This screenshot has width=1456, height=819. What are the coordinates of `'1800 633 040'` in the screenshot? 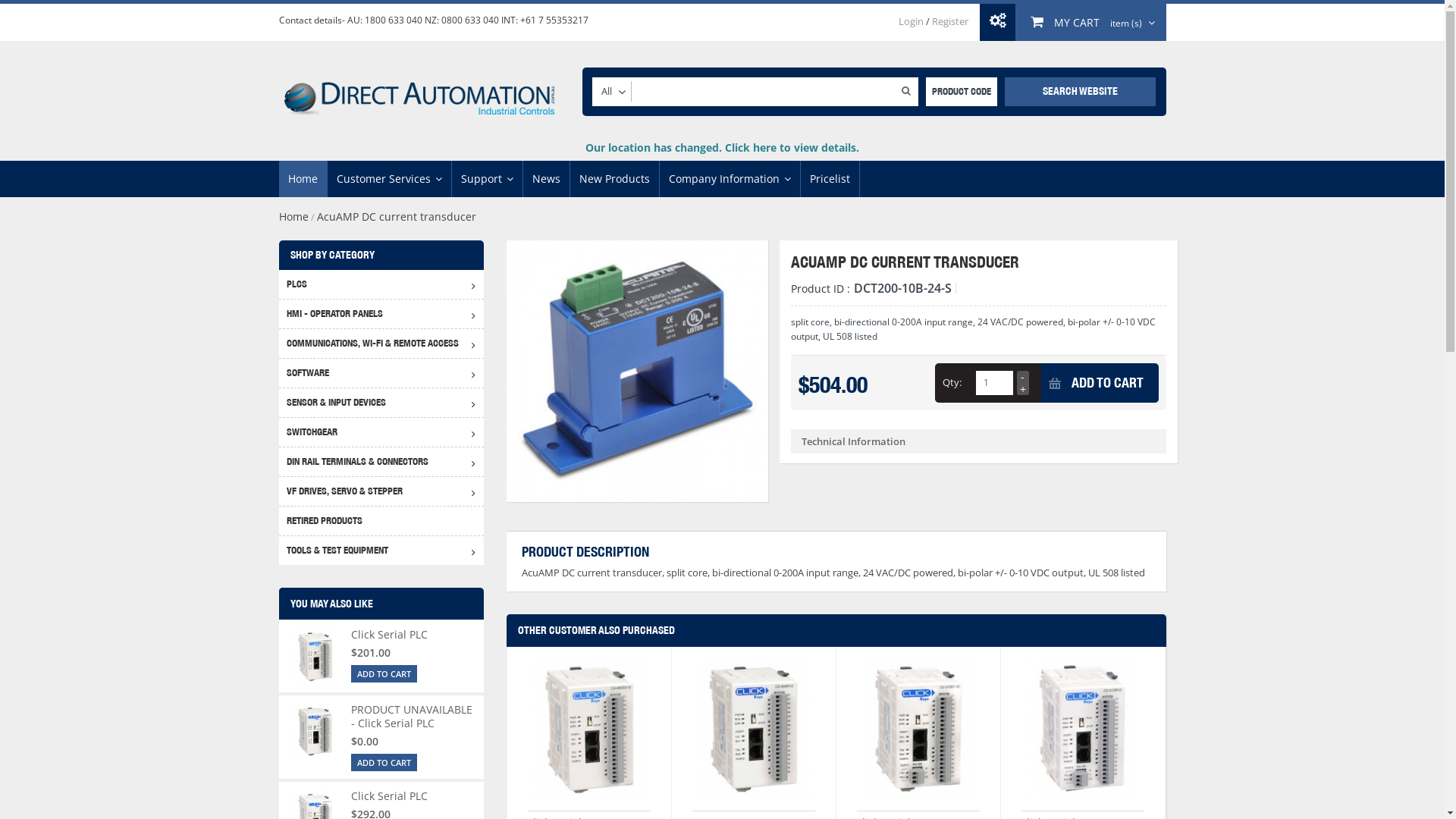 It's located at (393, 20).